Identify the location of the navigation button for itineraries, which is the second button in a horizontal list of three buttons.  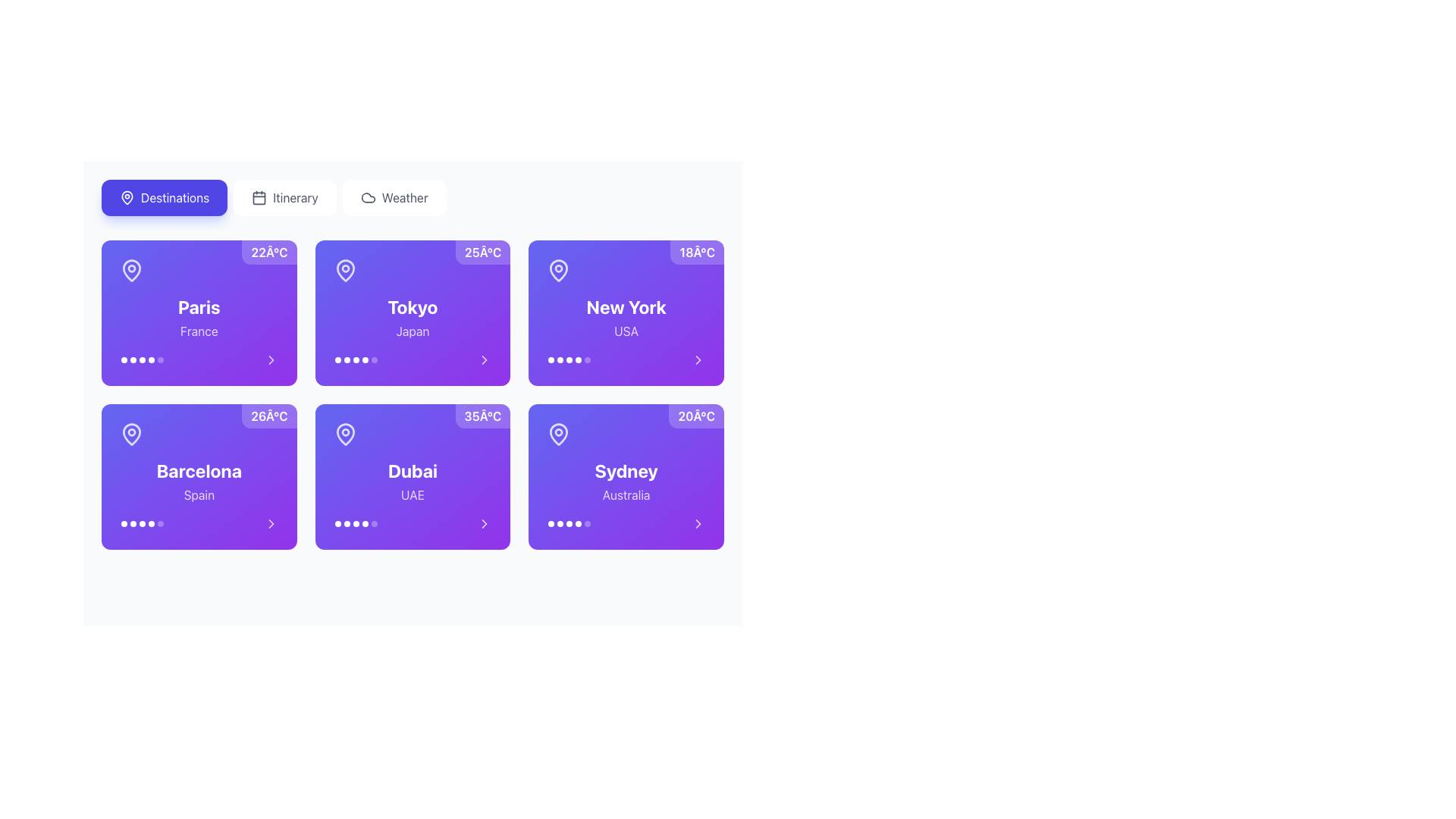
(284, 197).